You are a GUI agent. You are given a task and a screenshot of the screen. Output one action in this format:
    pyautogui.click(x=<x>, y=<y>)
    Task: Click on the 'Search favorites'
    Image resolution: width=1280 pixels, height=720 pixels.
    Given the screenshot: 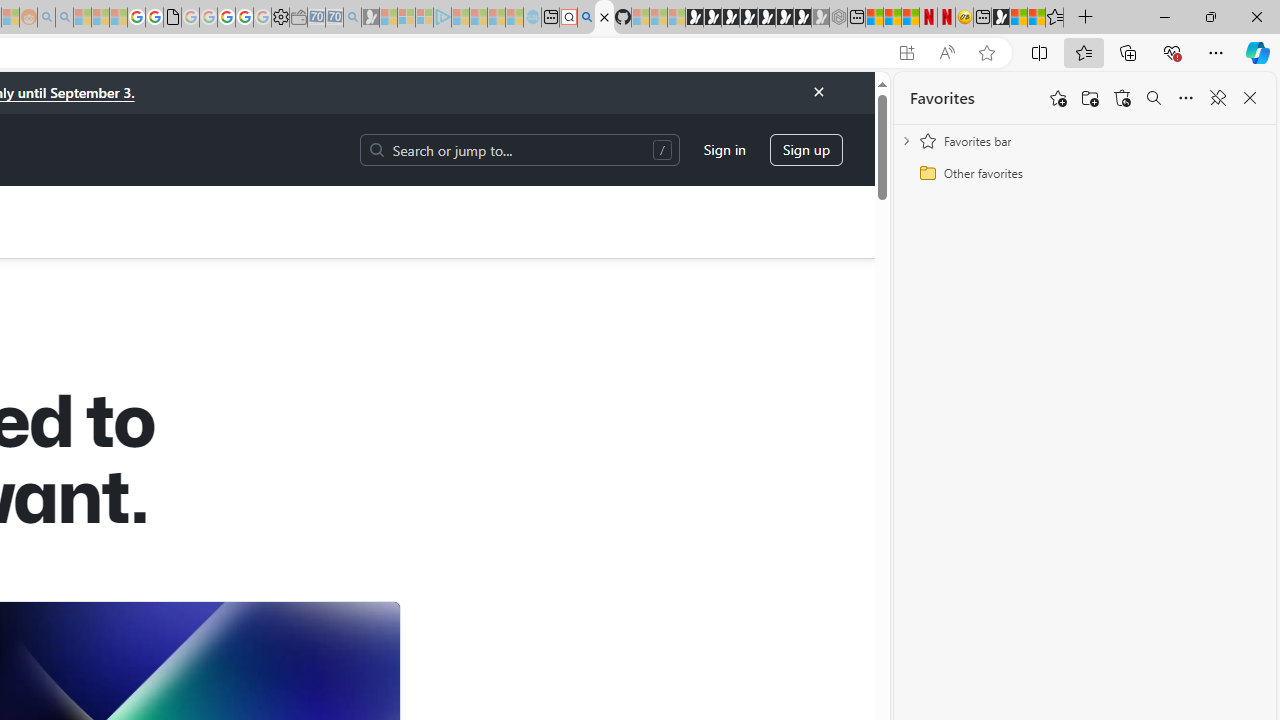 What is the action you would take?
    pyautogui.click(x=1153, y=98)
    